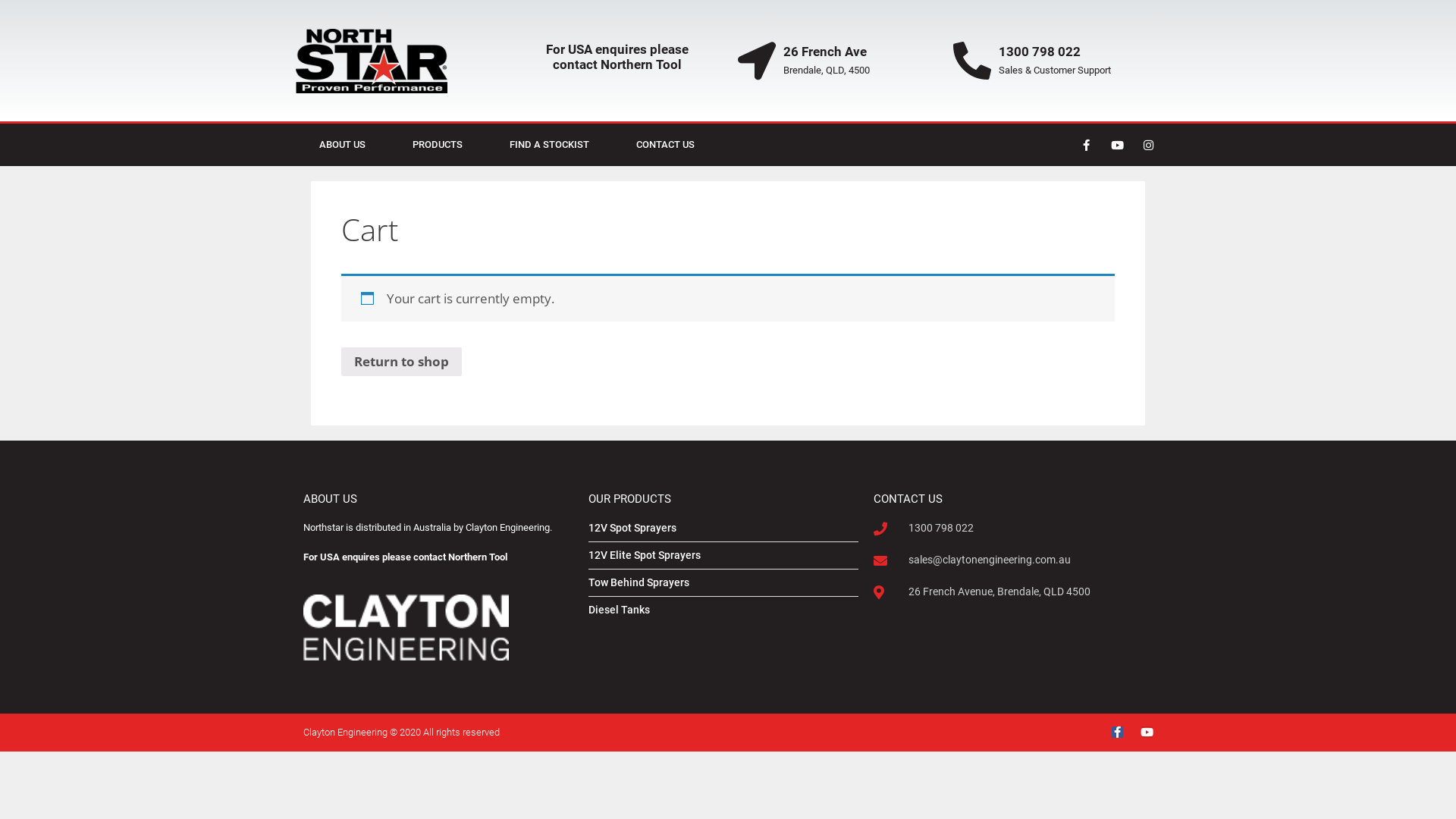 The width and height of the screenshot is (1456, 819). What do you see at coordinates (548, 145) in the screenshot?
I see `'FIND A STOCKIST'` at bounding box center [548, 145].